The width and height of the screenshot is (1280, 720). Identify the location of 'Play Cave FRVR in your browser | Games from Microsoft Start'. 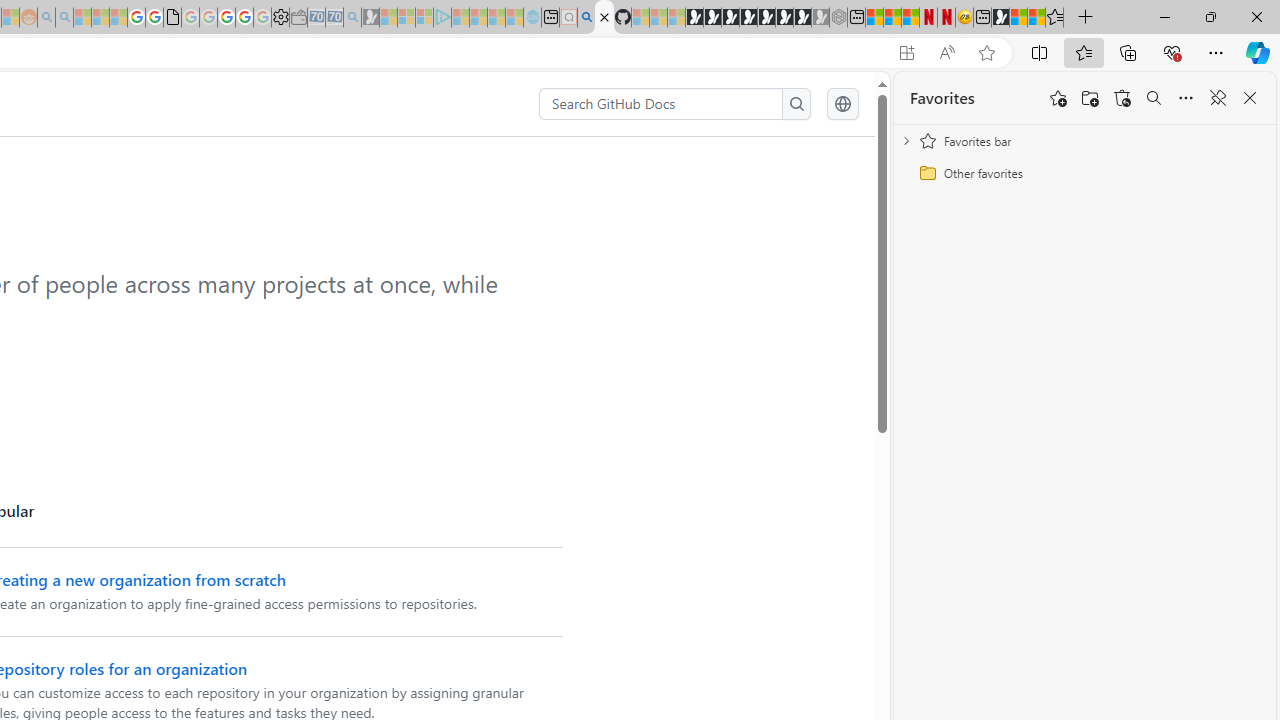
(729, 17).